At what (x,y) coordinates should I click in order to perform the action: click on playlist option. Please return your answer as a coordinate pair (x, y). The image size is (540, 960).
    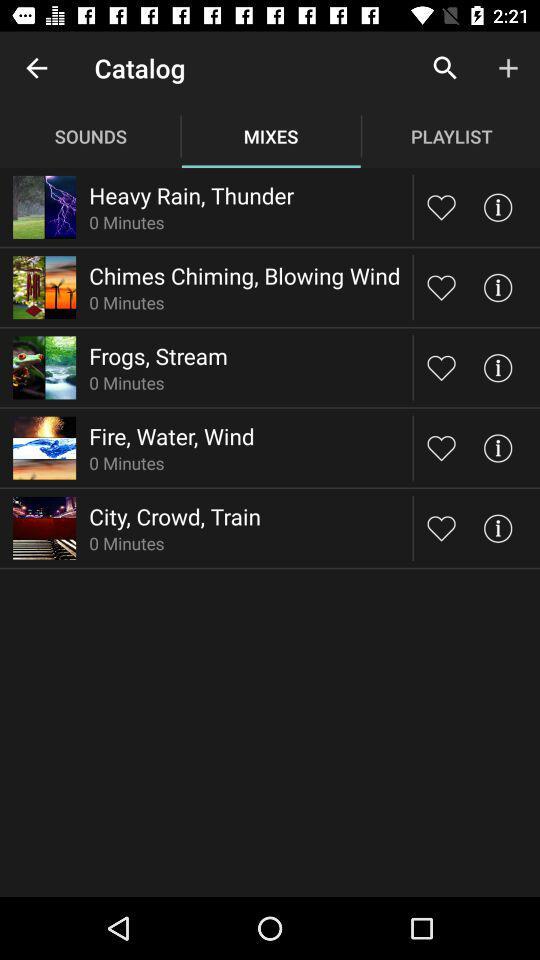
    Looking at the image, I should click on (441, 286).